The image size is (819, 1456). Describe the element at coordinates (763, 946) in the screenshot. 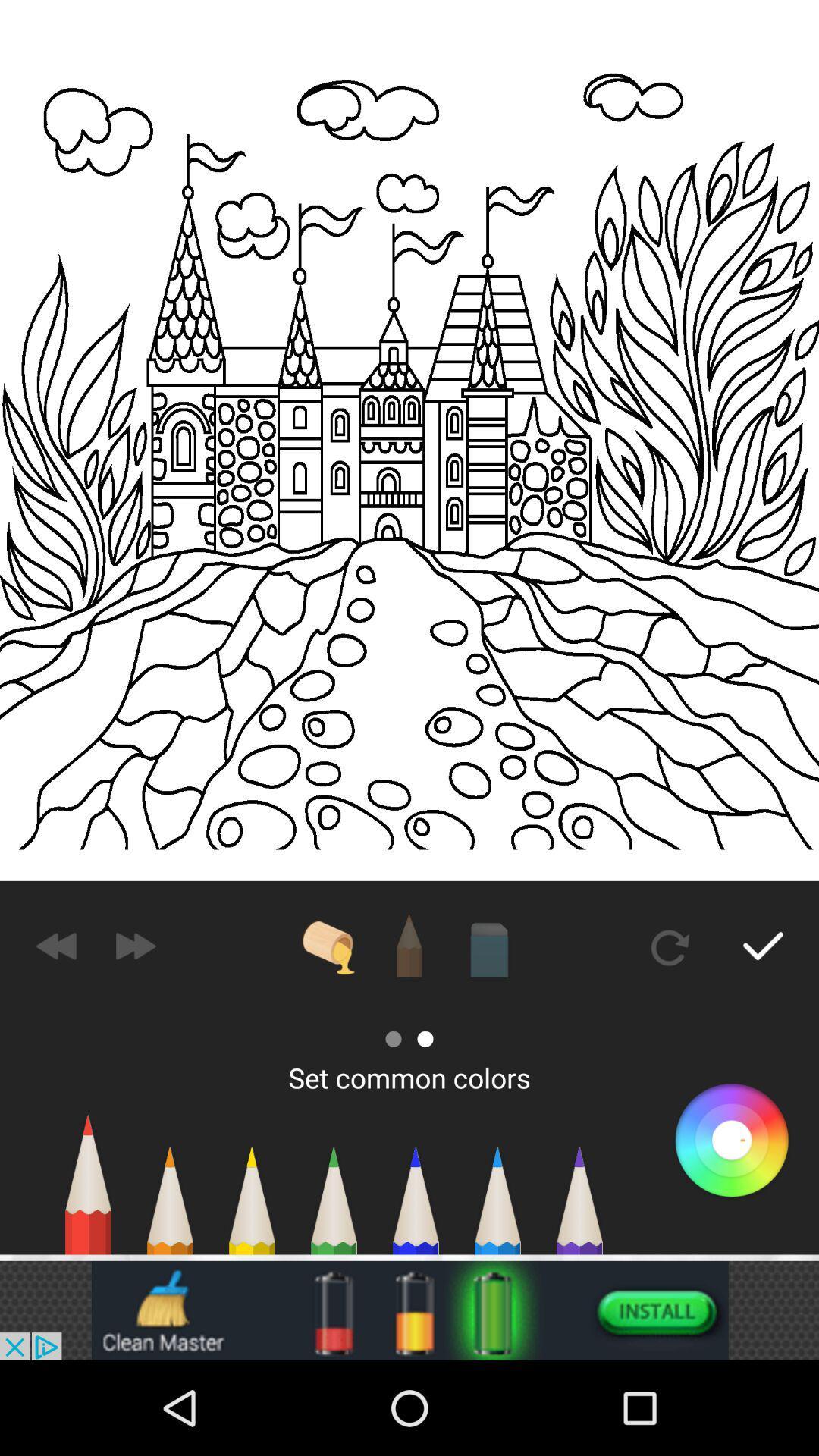

I see `the check mark icon which is just beside the refresh icon` at that location.